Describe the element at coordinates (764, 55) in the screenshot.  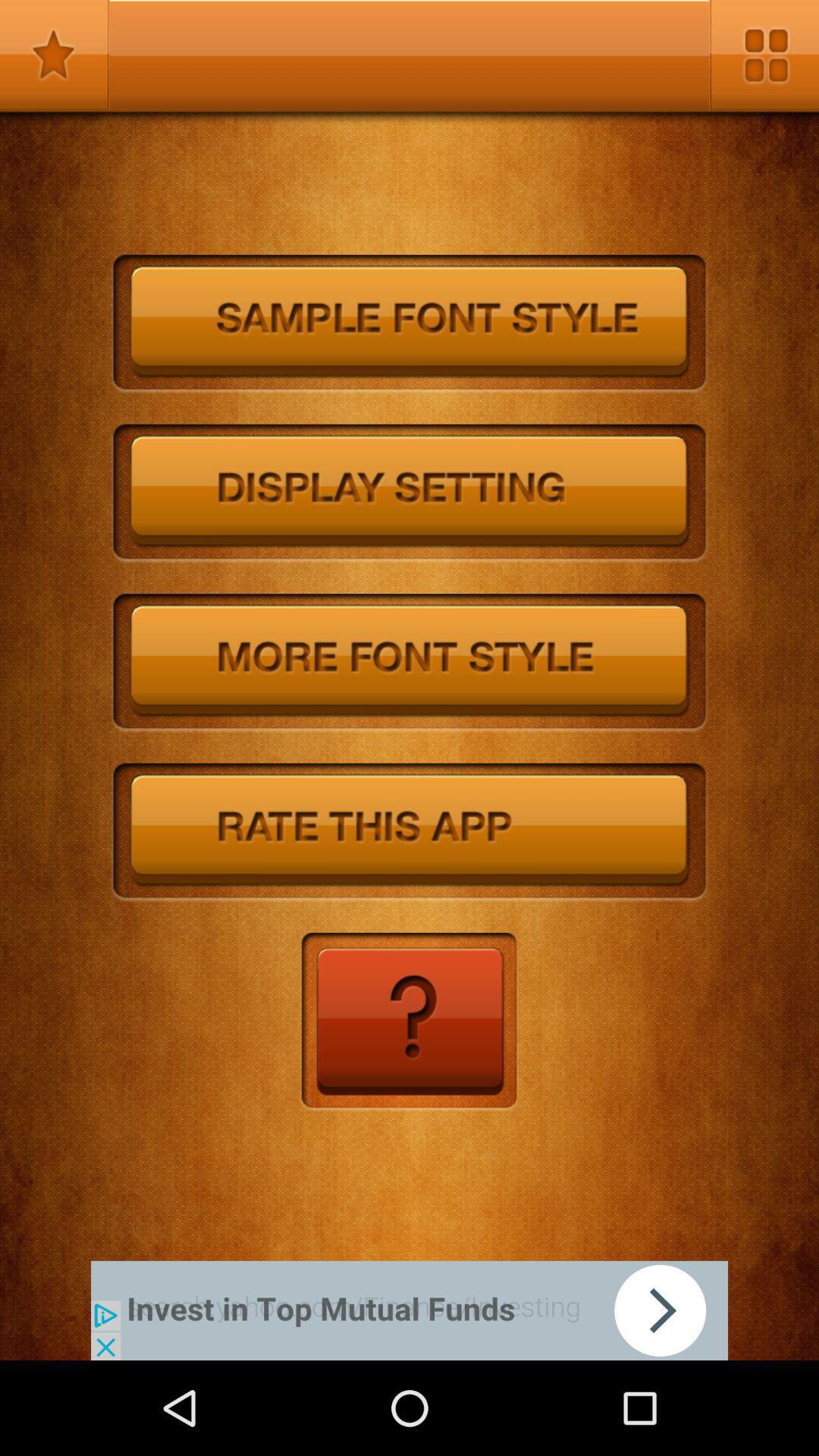
I see `menu button` at that location.